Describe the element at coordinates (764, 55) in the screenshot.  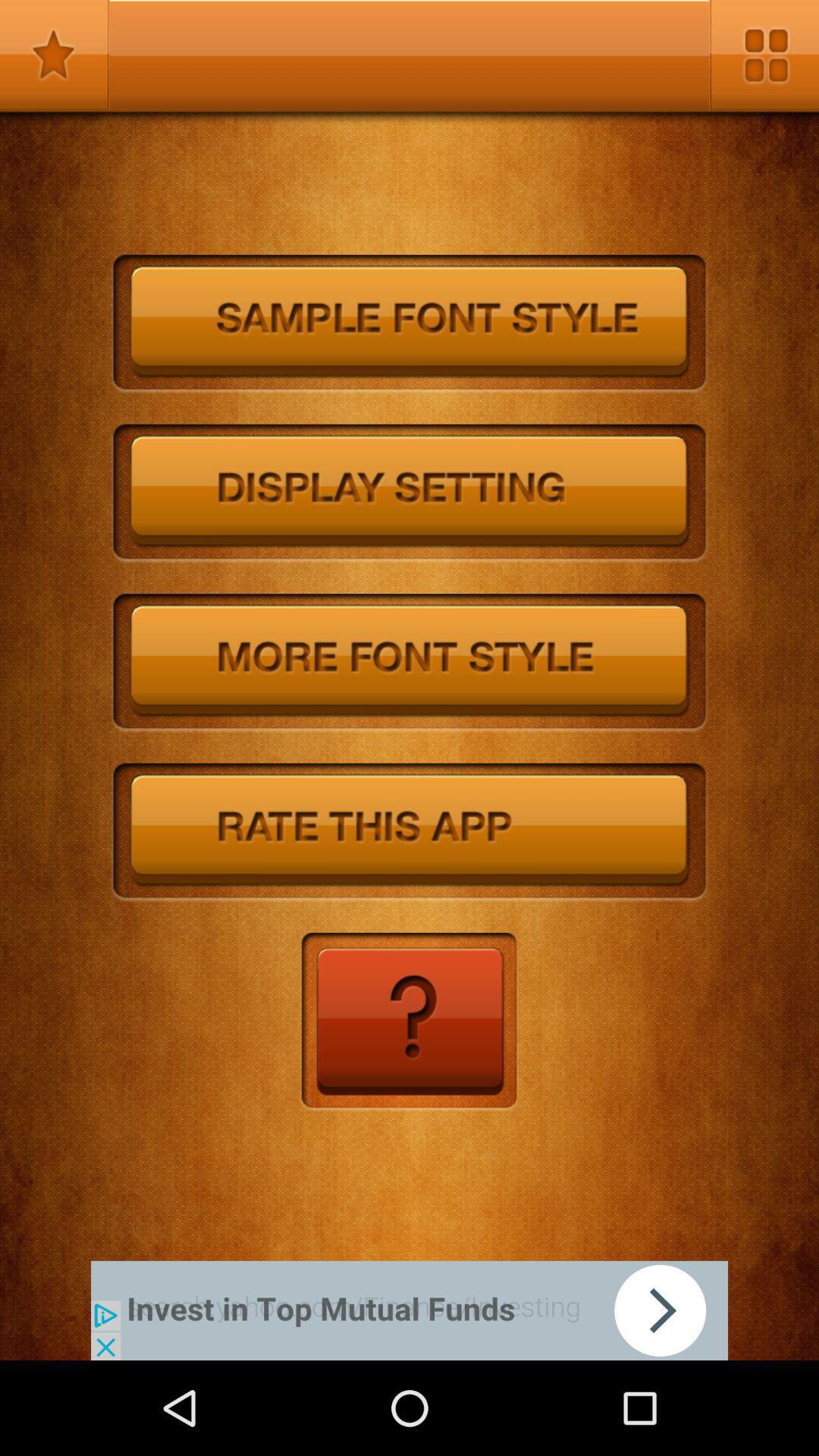
I see `menu button` at that location.